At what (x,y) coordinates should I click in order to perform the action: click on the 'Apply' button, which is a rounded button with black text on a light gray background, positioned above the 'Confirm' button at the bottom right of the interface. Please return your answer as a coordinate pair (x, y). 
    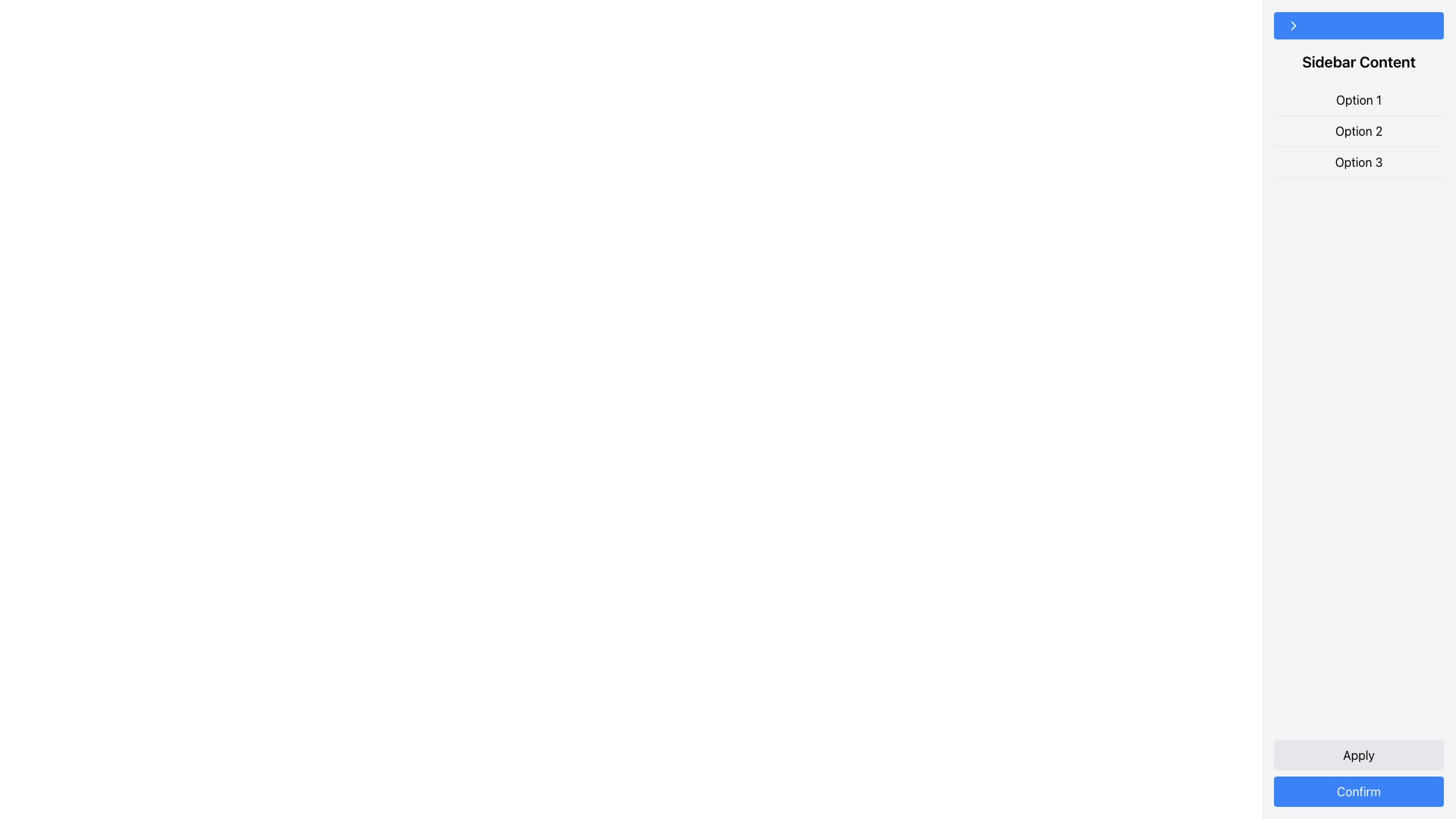
    Looking at the image, I should click on (1358, 755).